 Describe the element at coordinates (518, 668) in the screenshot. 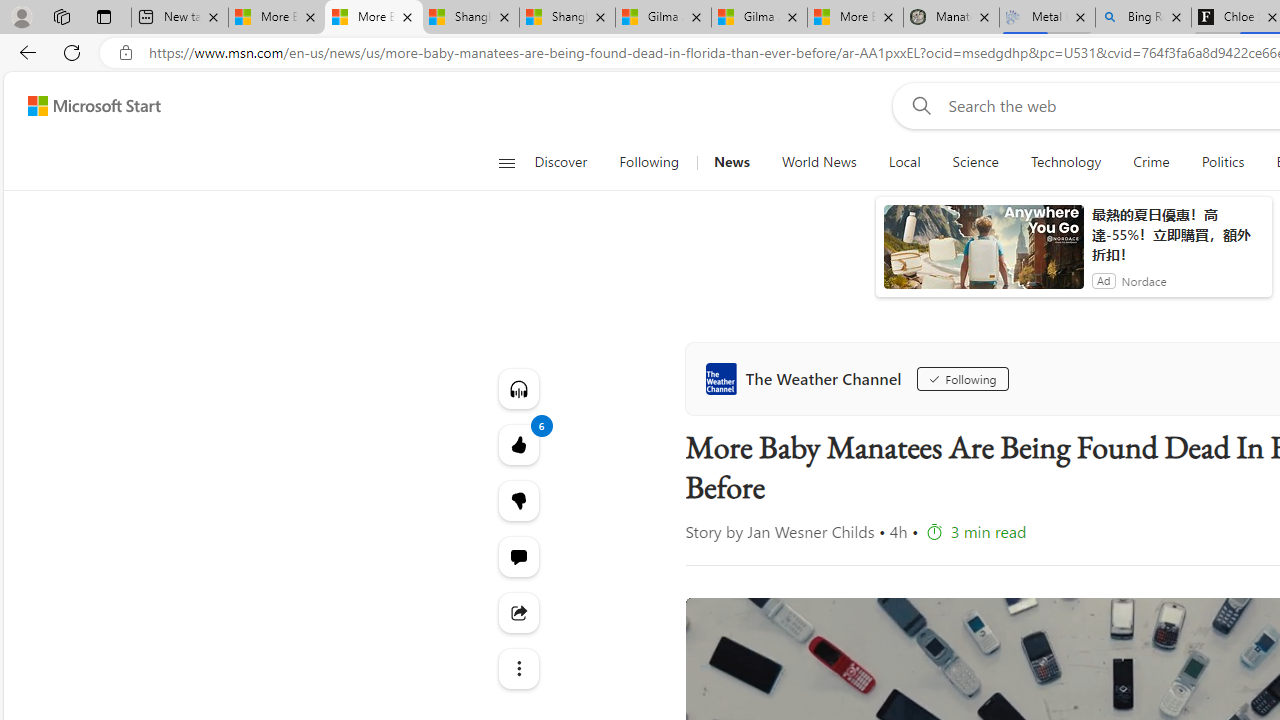

I see `'See more'` at that location.